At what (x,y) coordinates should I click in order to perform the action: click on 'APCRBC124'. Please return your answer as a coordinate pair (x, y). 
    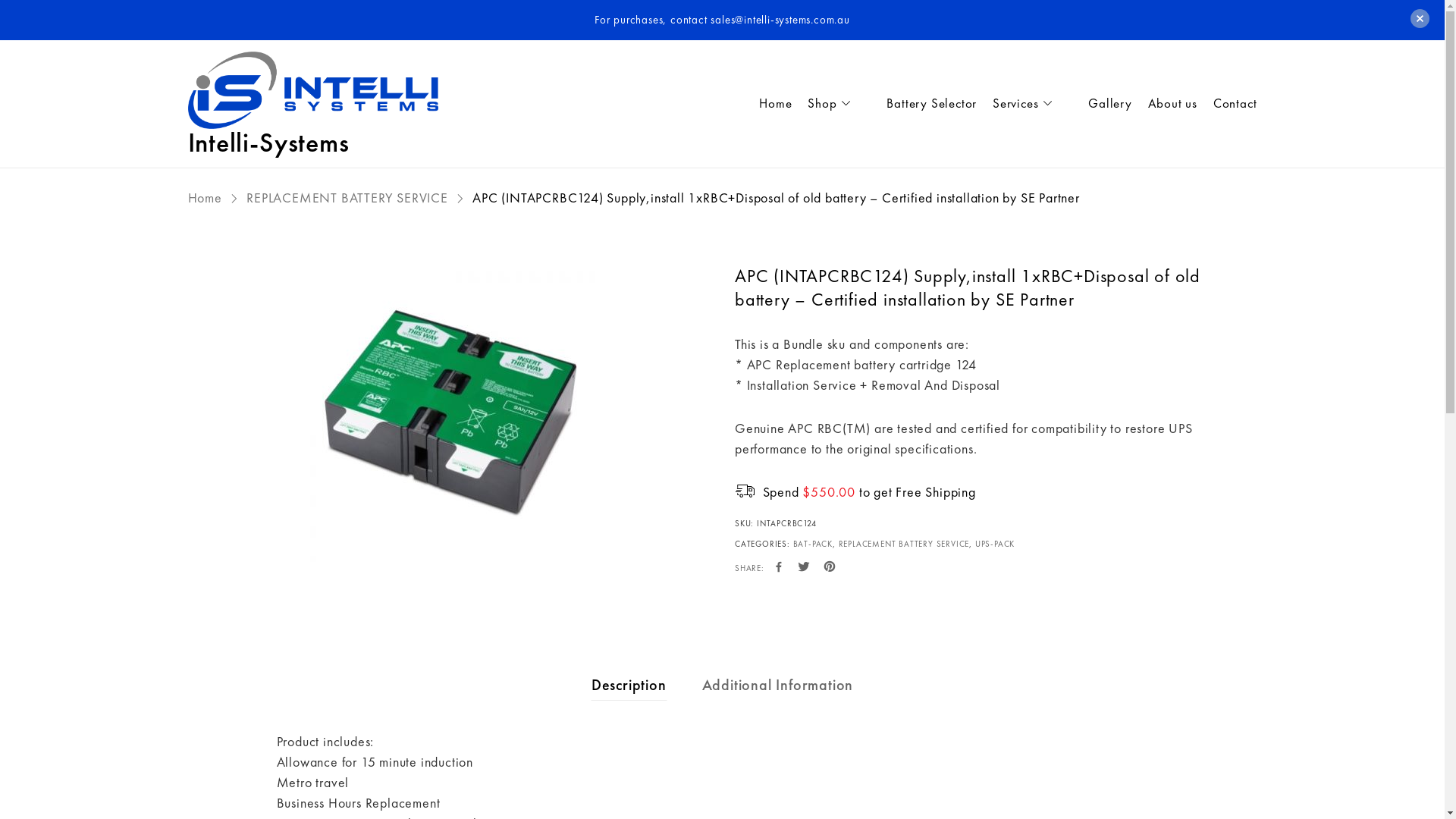
    Looking at the image, I should click on (447, 416).